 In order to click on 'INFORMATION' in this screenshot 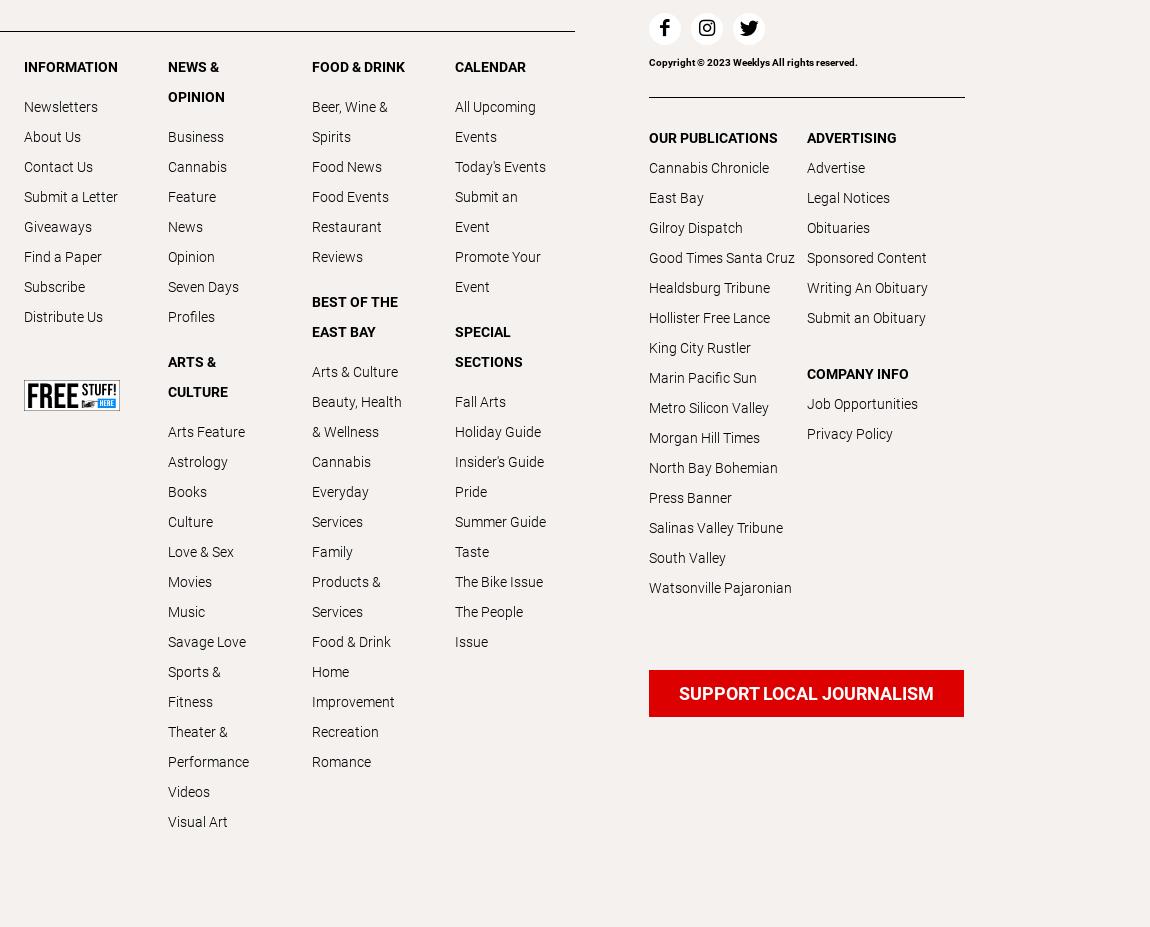, I will do `click(69, 65)`.